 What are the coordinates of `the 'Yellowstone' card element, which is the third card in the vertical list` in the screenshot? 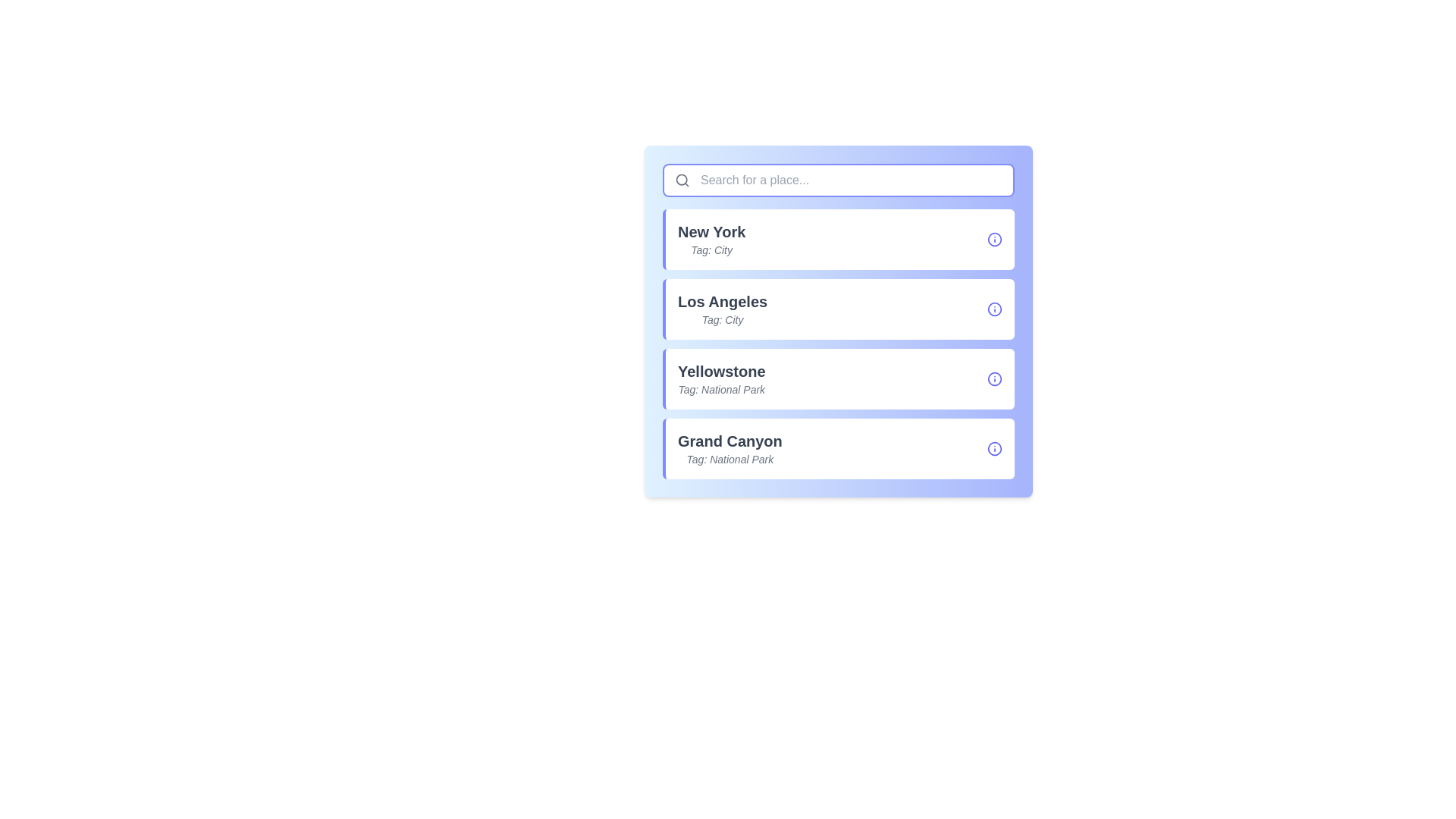 It's located at (837, 378).